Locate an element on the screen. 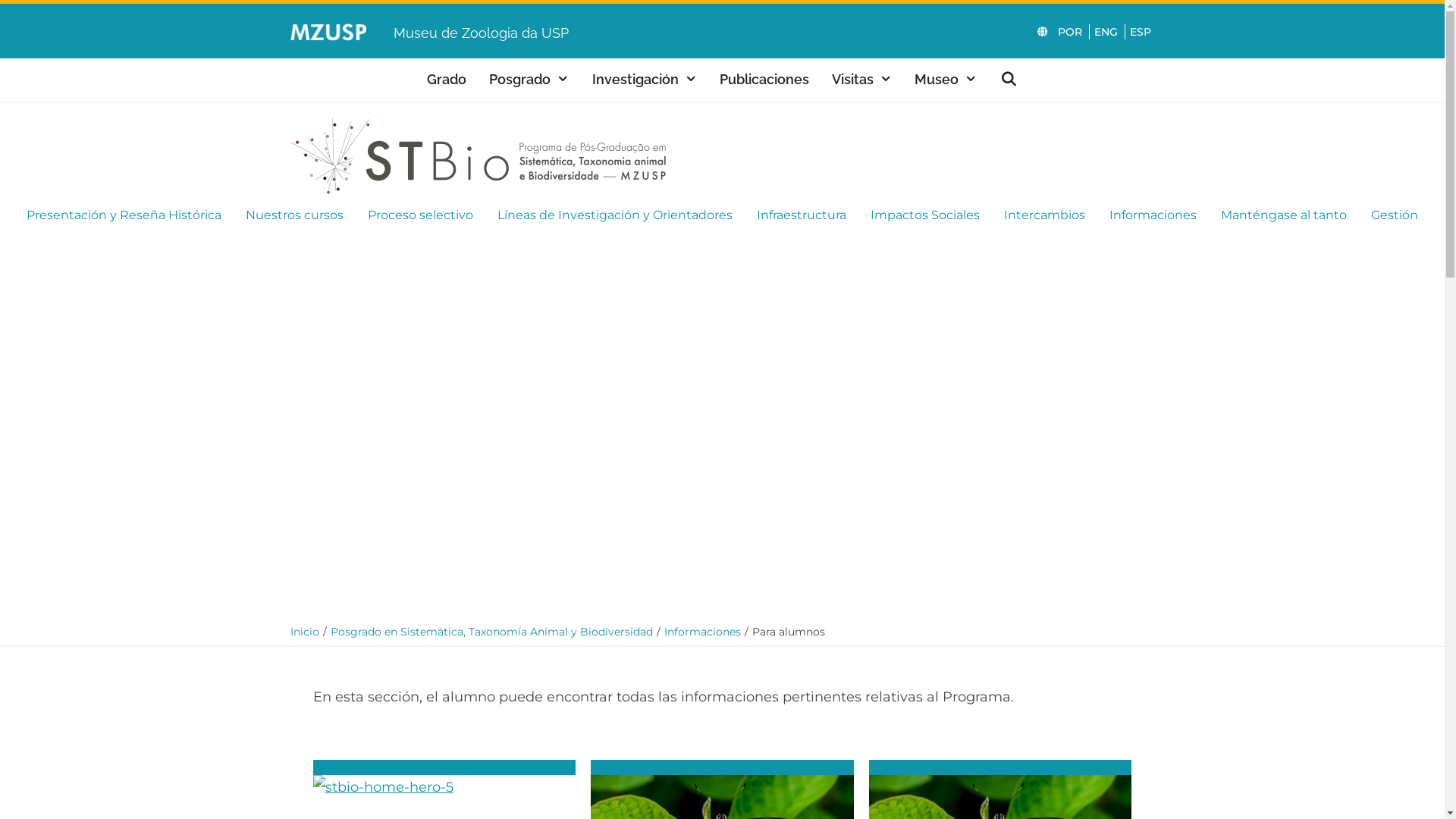 This screenshot has height=819, width=1456. 'Impactos Sociales' is located at coordinates (858, 215).